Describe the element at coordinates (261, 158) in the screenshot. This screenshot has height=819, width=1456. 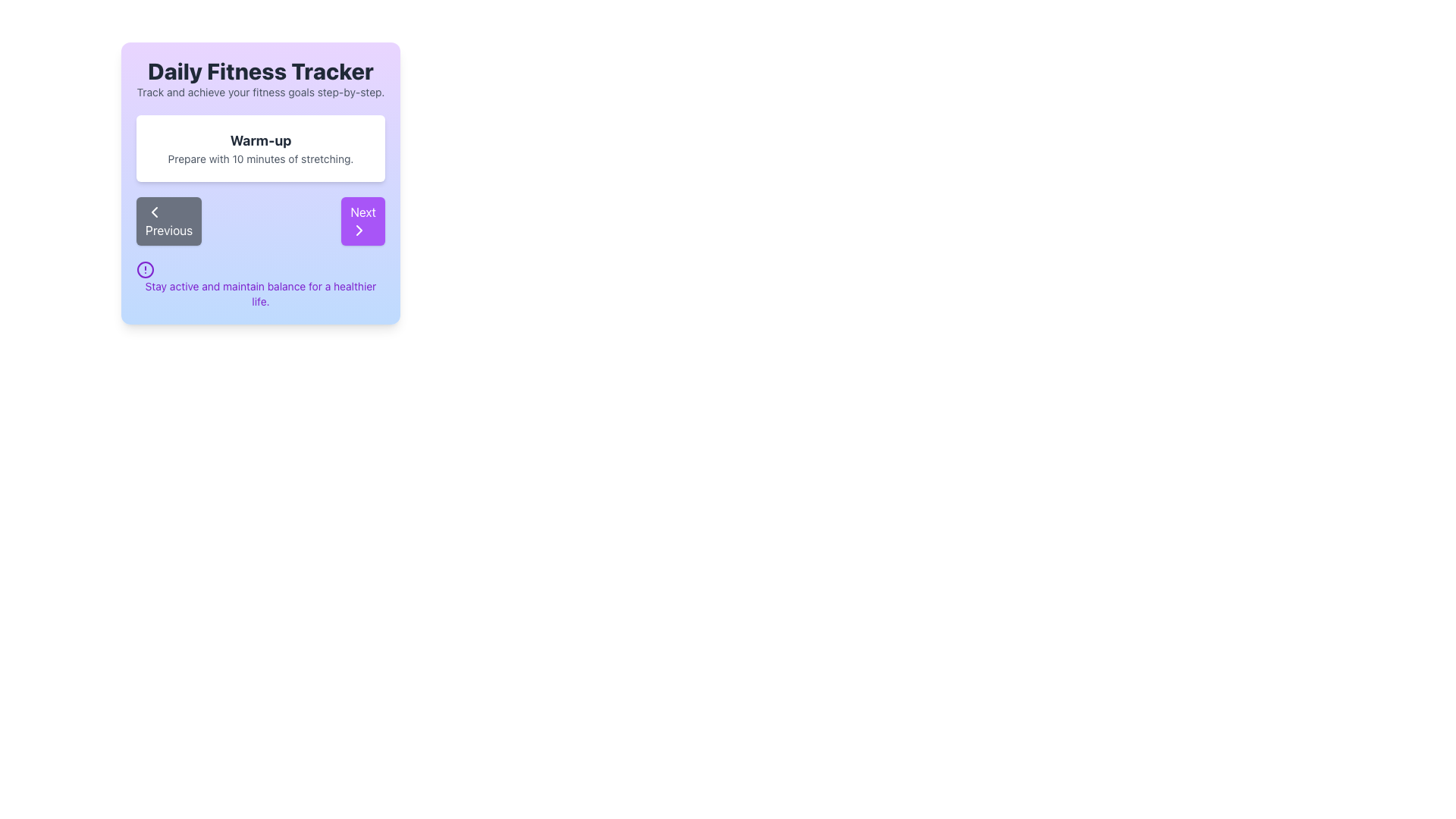
I see `the text element that reads 'Prepare with 10 minutes of stretching,' which is located below the bold title 'Warm-up' in a card-style block` at that location.